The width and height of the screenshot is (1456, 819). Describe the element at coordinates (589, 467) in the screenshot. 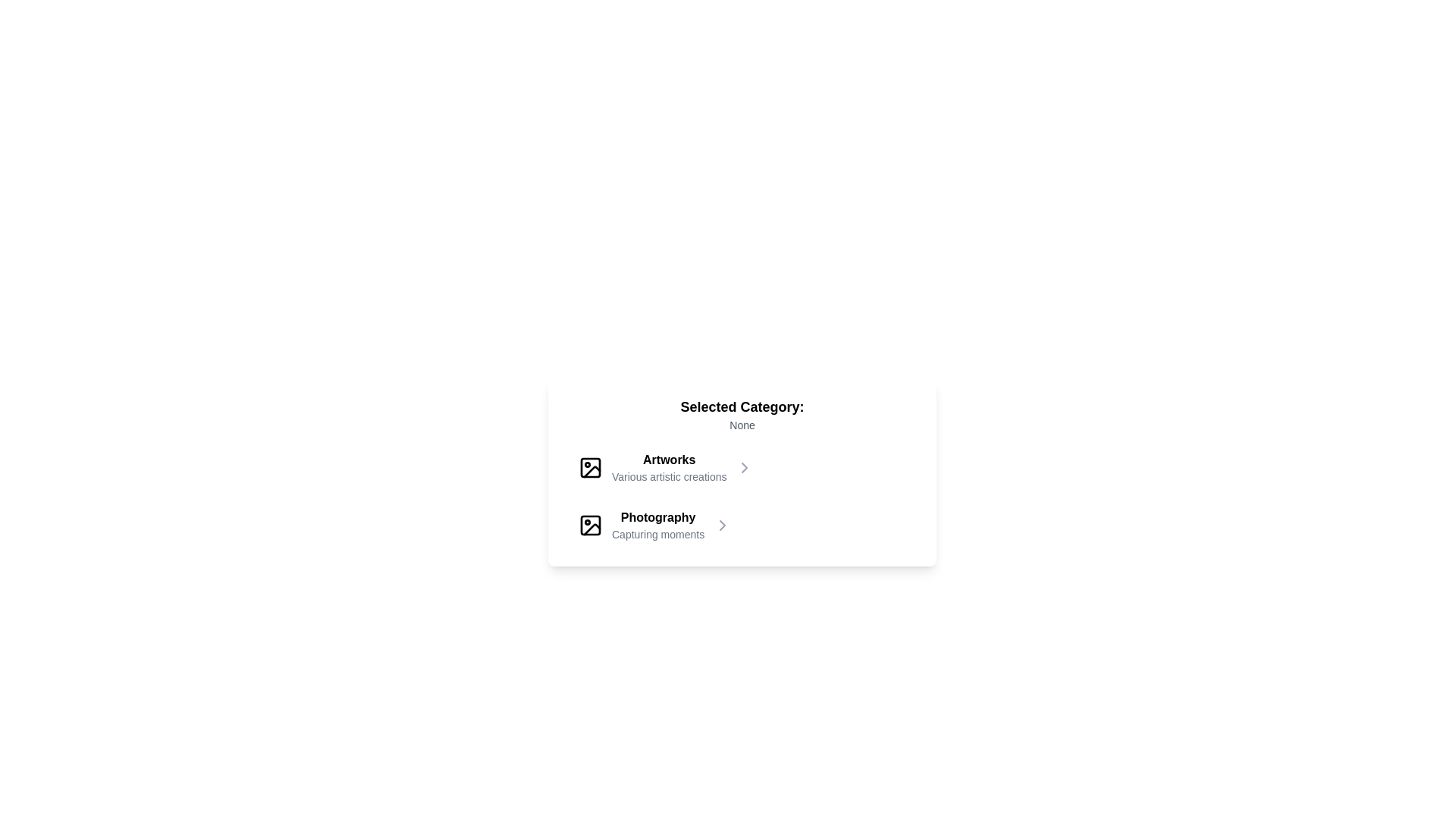

I see `the SVG rectangle in the top left corner of the SVG icon that visually represents an image or a photo` at that location.